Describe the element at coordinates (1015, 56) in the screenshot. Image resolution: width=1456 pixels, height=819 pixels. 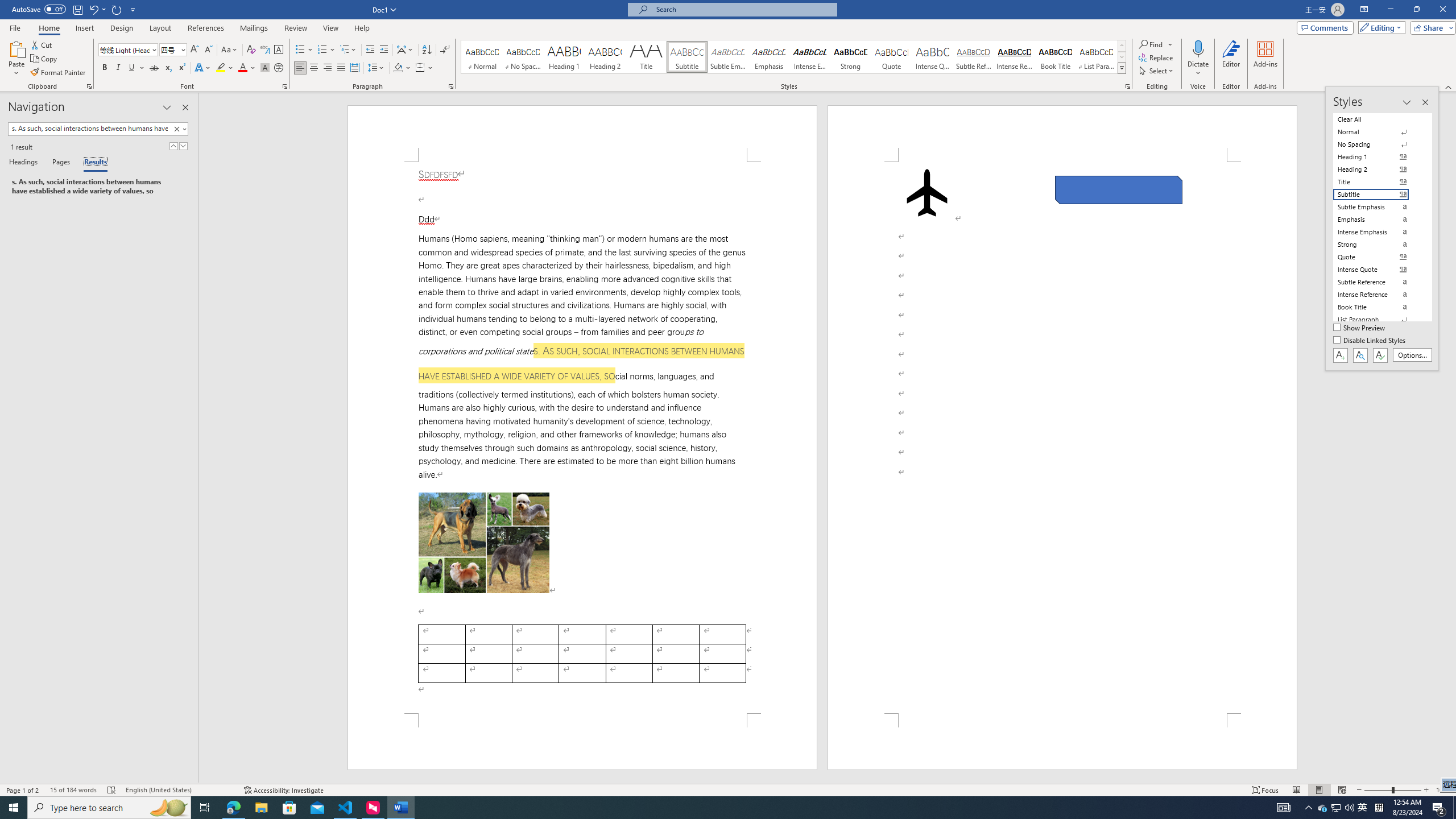
I see `'Intense Reference'` at that location.